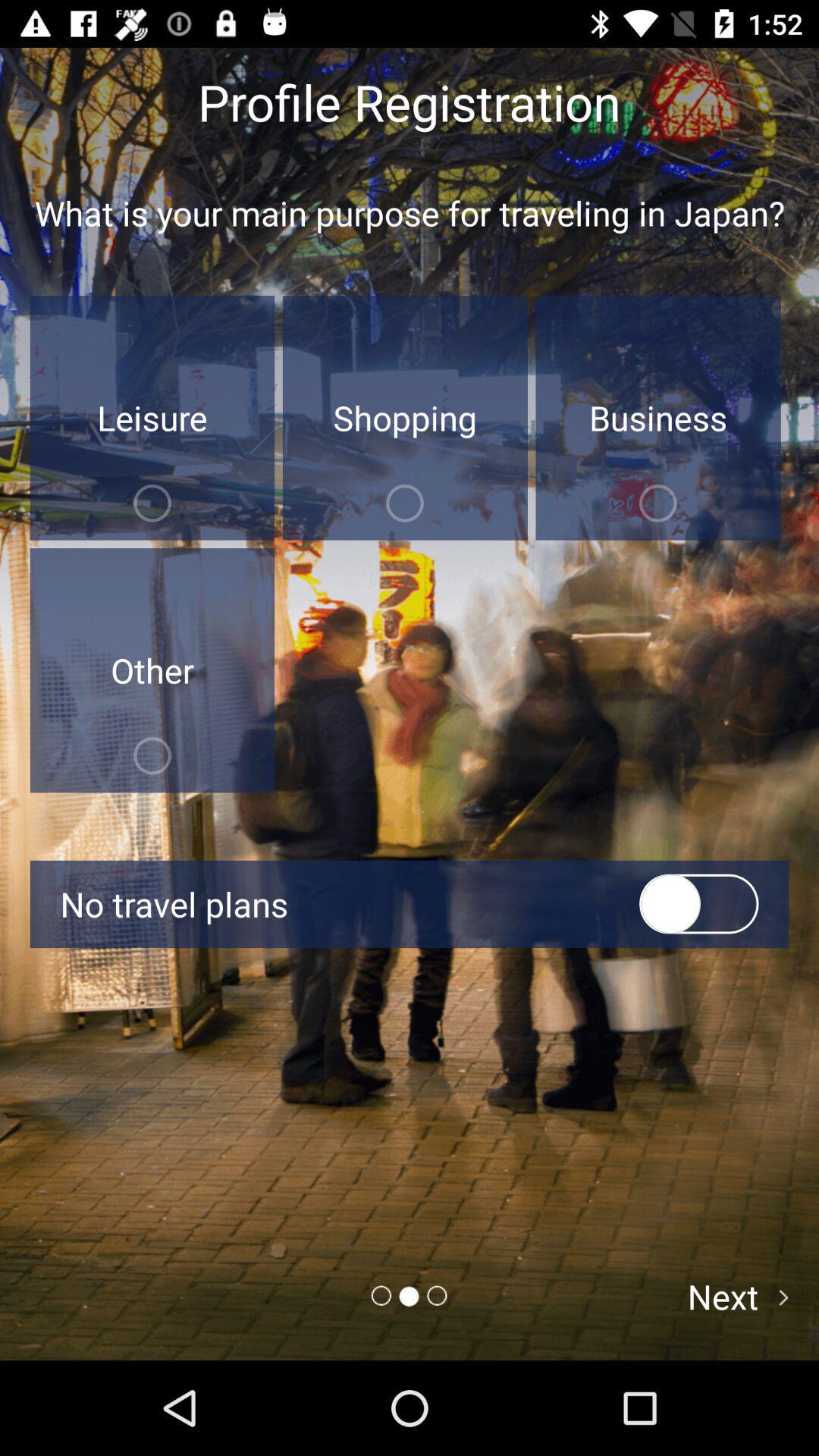  I want to click on i have travel plans, so click(698, 904).